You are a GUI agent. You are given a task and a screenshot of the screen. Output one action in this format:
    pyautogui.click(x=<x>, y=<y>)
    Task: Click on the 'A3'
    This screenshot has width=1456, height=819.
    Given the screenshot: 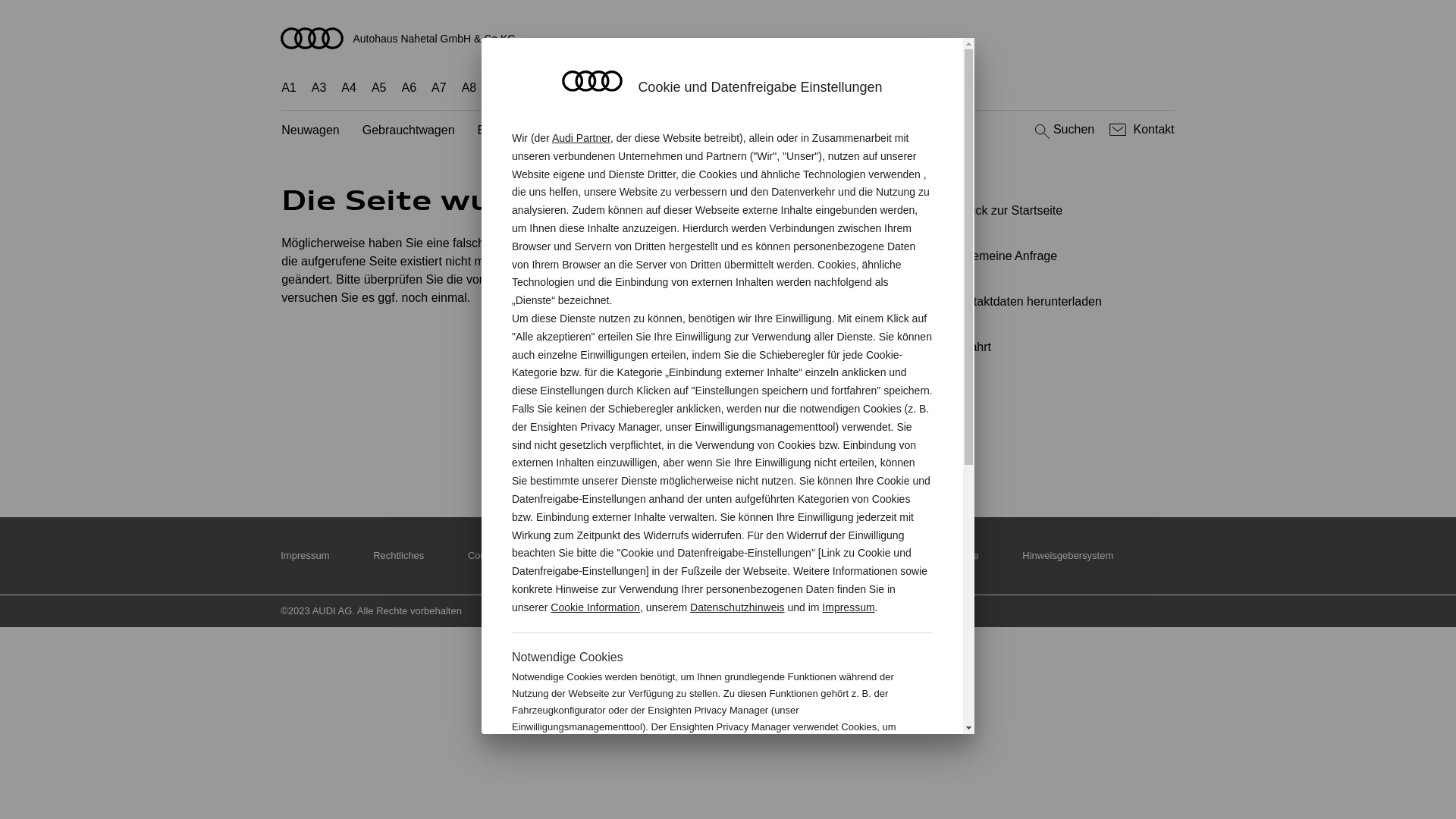 What is the action you would take?
    pyautogui.click(x=311, y=87)
    